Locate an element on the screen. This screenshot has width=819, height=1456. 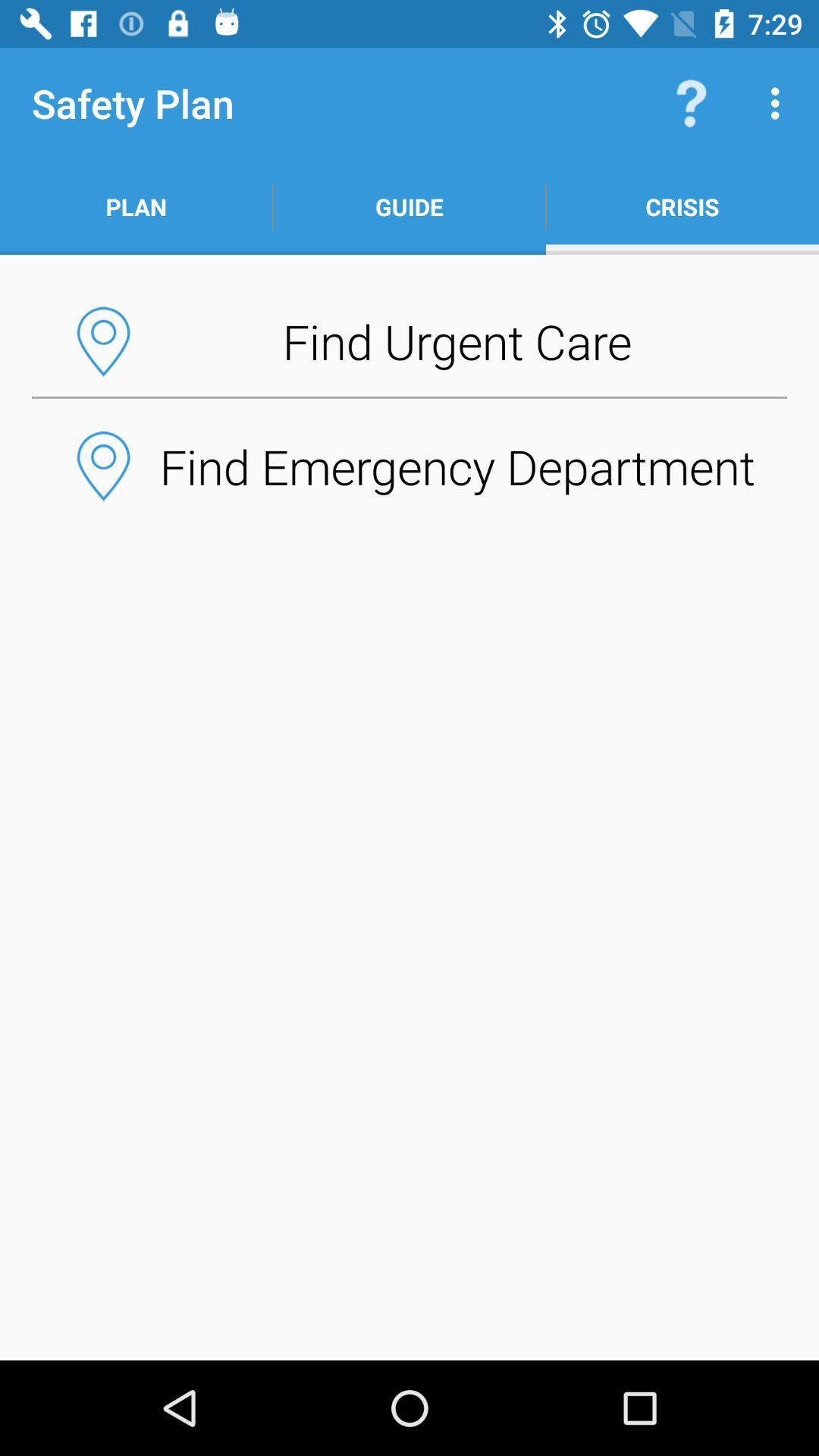
find emergency department button is located at coordinates (409, 465).